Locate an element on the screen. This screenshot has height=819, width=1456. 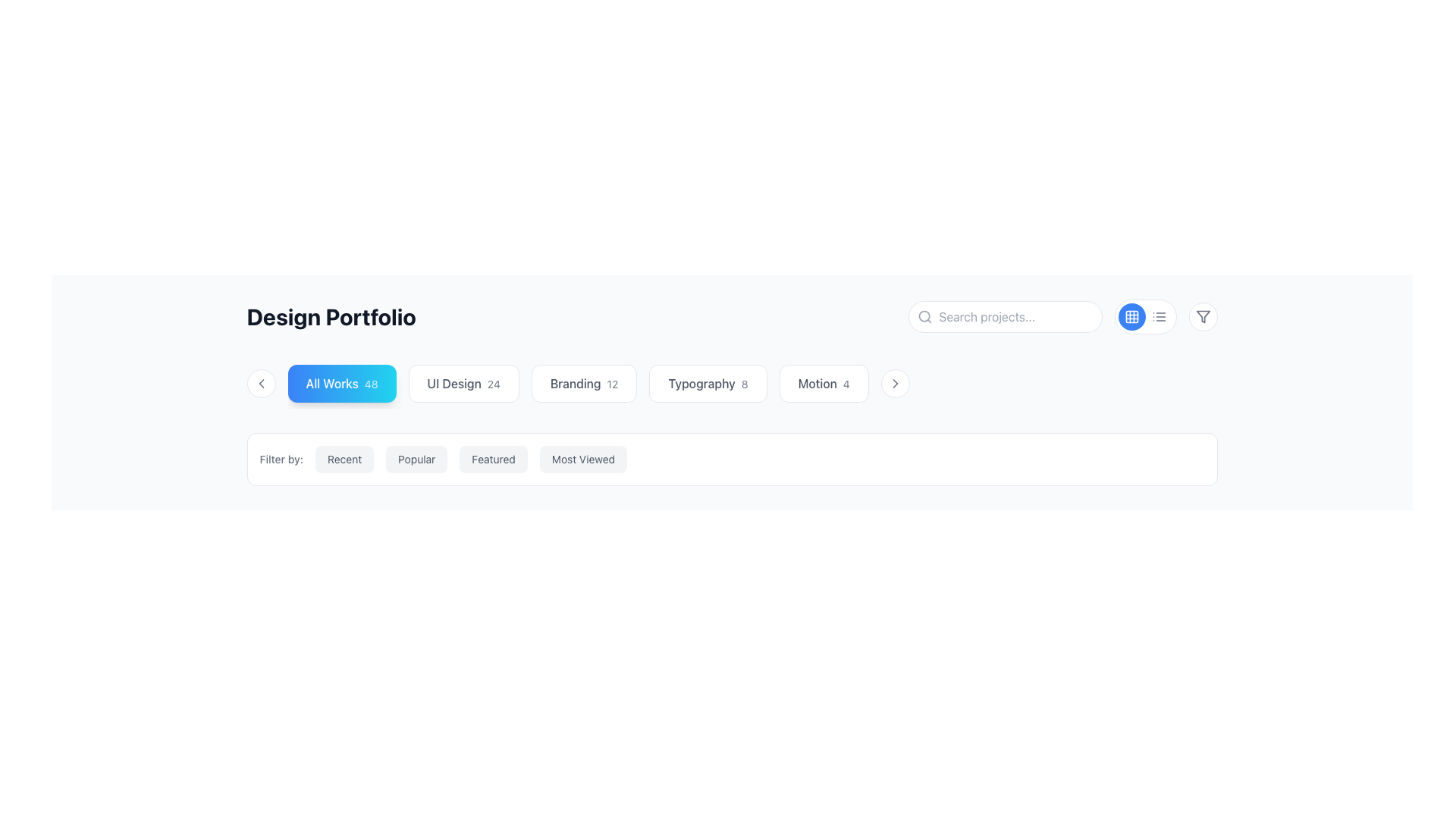
the interactive button in the top-right corner of the interface is located at coordinates (1131, 315).